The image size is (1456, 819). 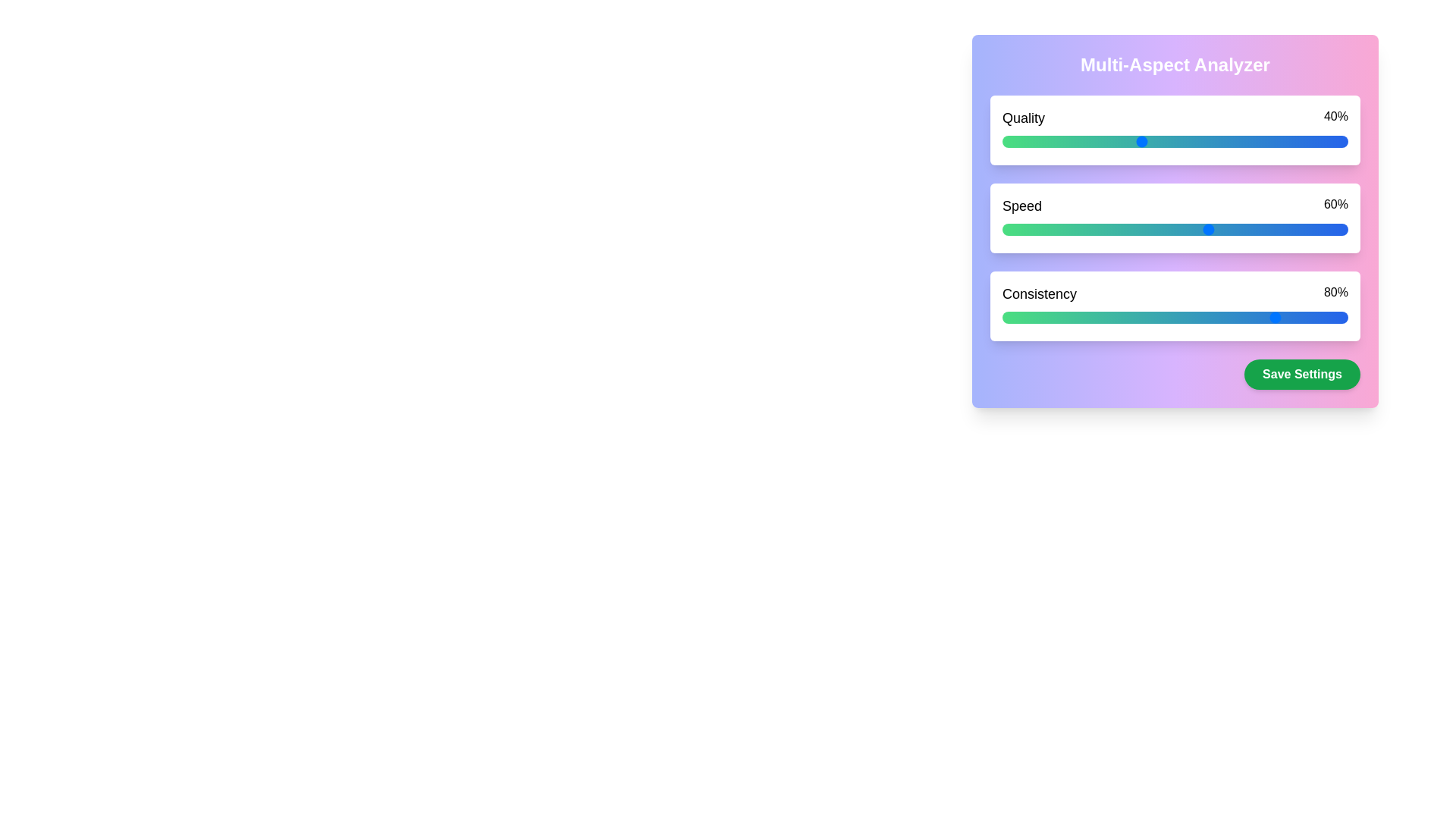 I want to click on quality, so click(x=1181, y=141).